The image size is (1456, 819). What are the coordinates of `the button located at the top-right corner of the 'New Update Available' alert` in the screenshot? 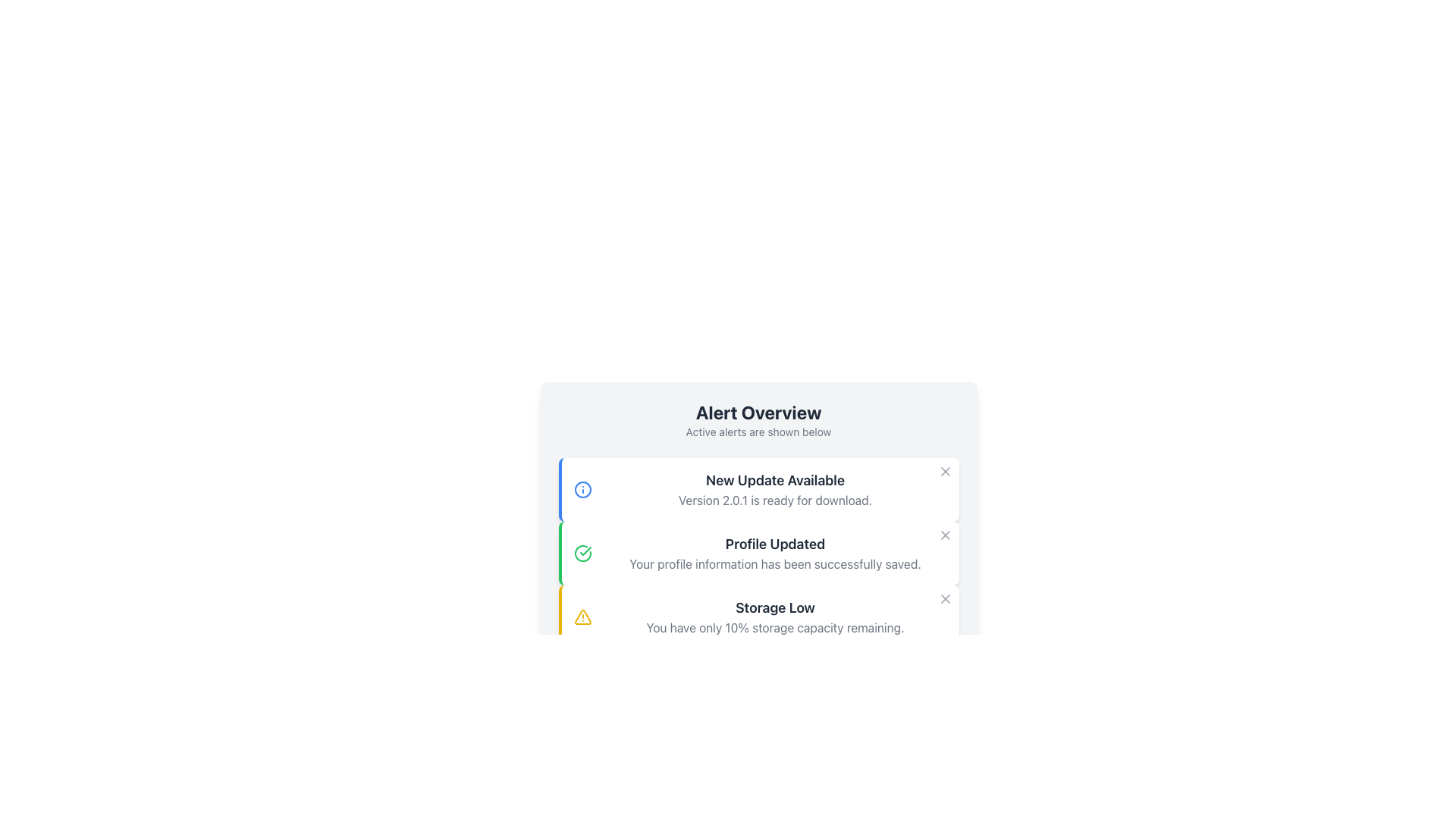 It's located at (944, 470).